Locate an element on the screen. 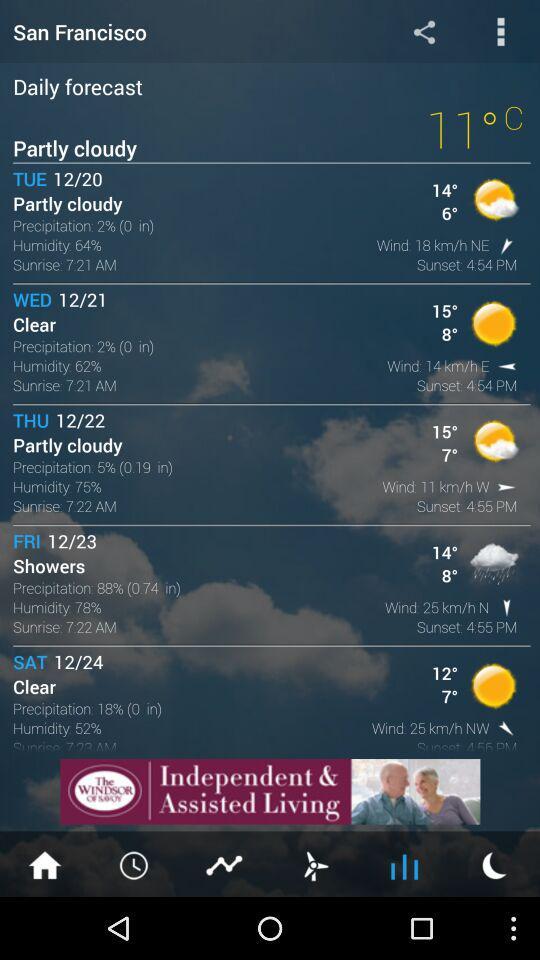  check previous history is located at coordinates (135, 863).